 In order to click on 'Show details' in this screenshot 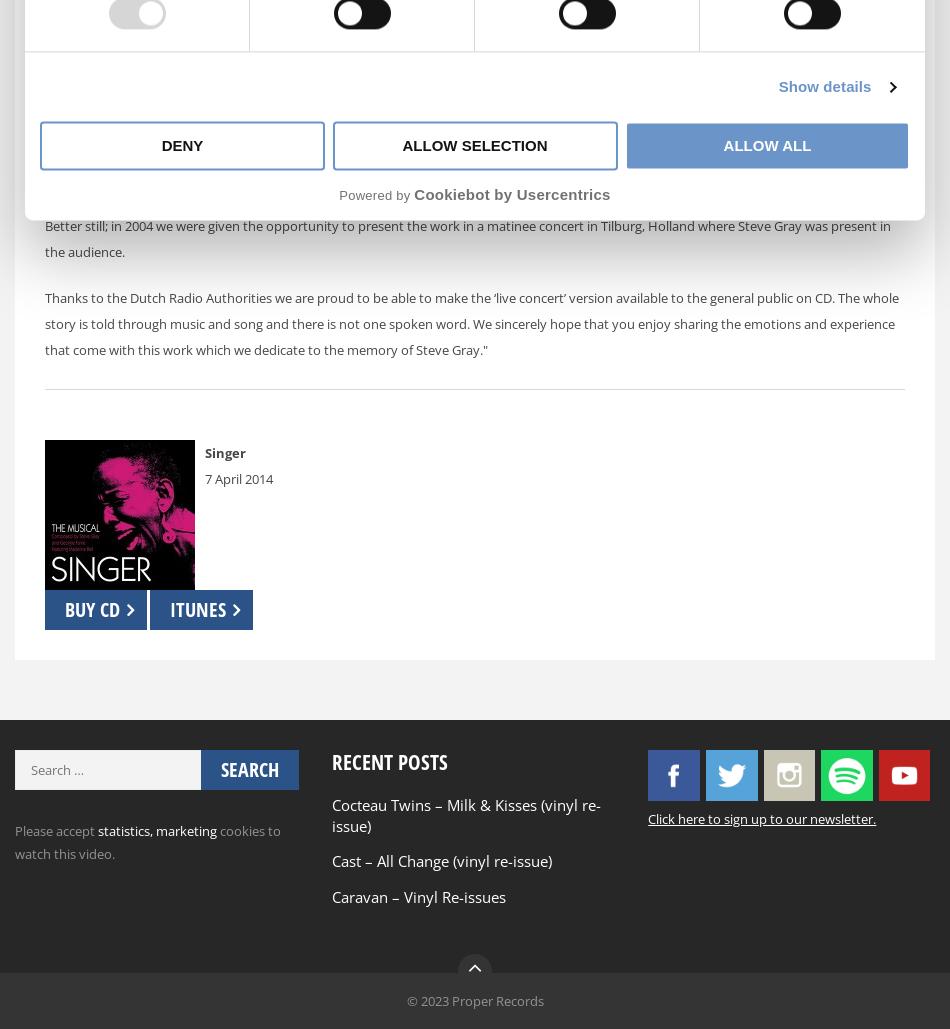, I will do `click(823, 85)`.